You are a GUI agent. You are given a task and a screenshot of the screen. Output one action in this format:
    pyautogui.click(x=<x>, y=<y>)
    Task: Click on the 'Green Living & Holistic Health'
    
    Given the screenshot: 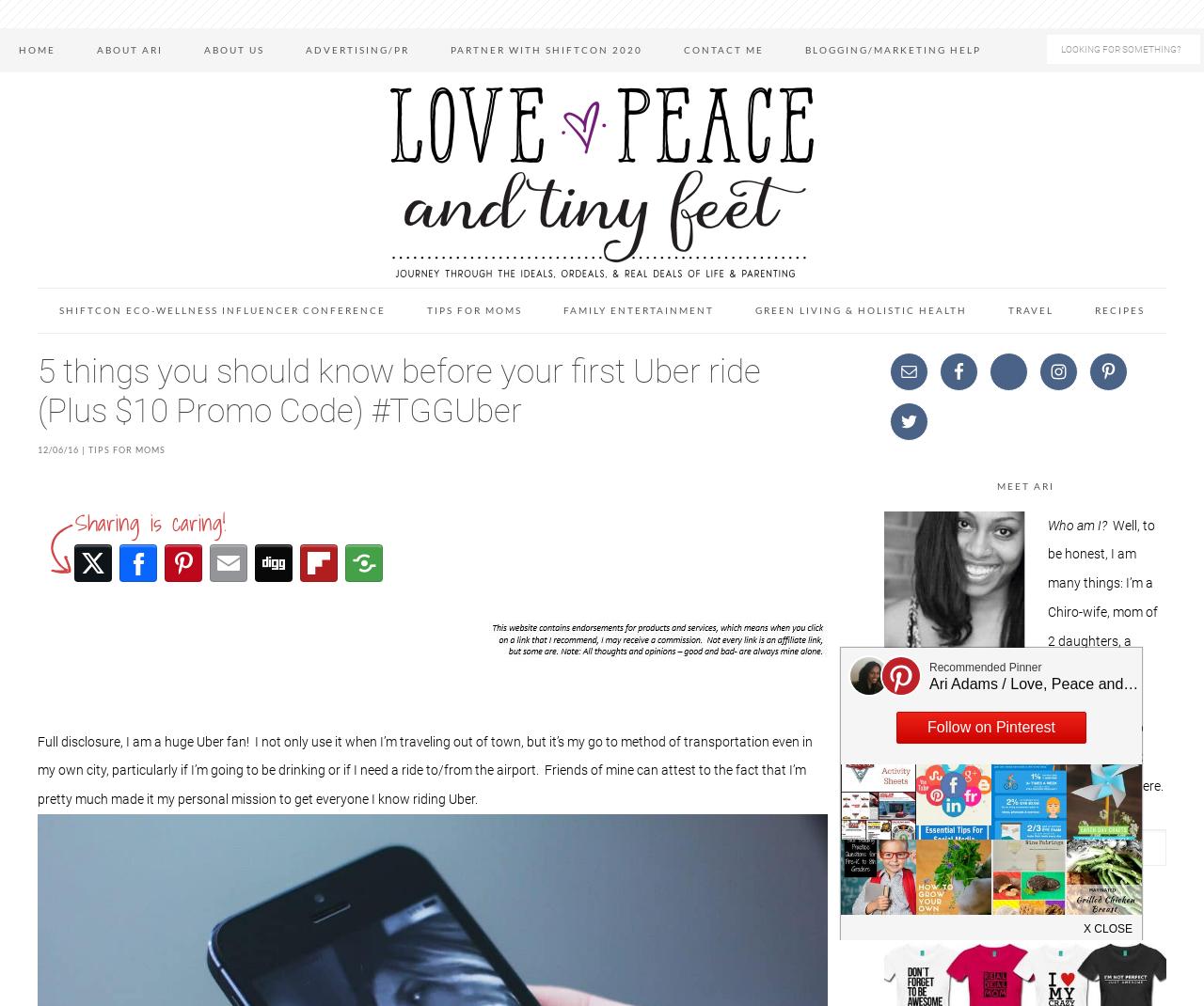 What is the action you would take?
    pyautogui.click(x=860, y=309)
    